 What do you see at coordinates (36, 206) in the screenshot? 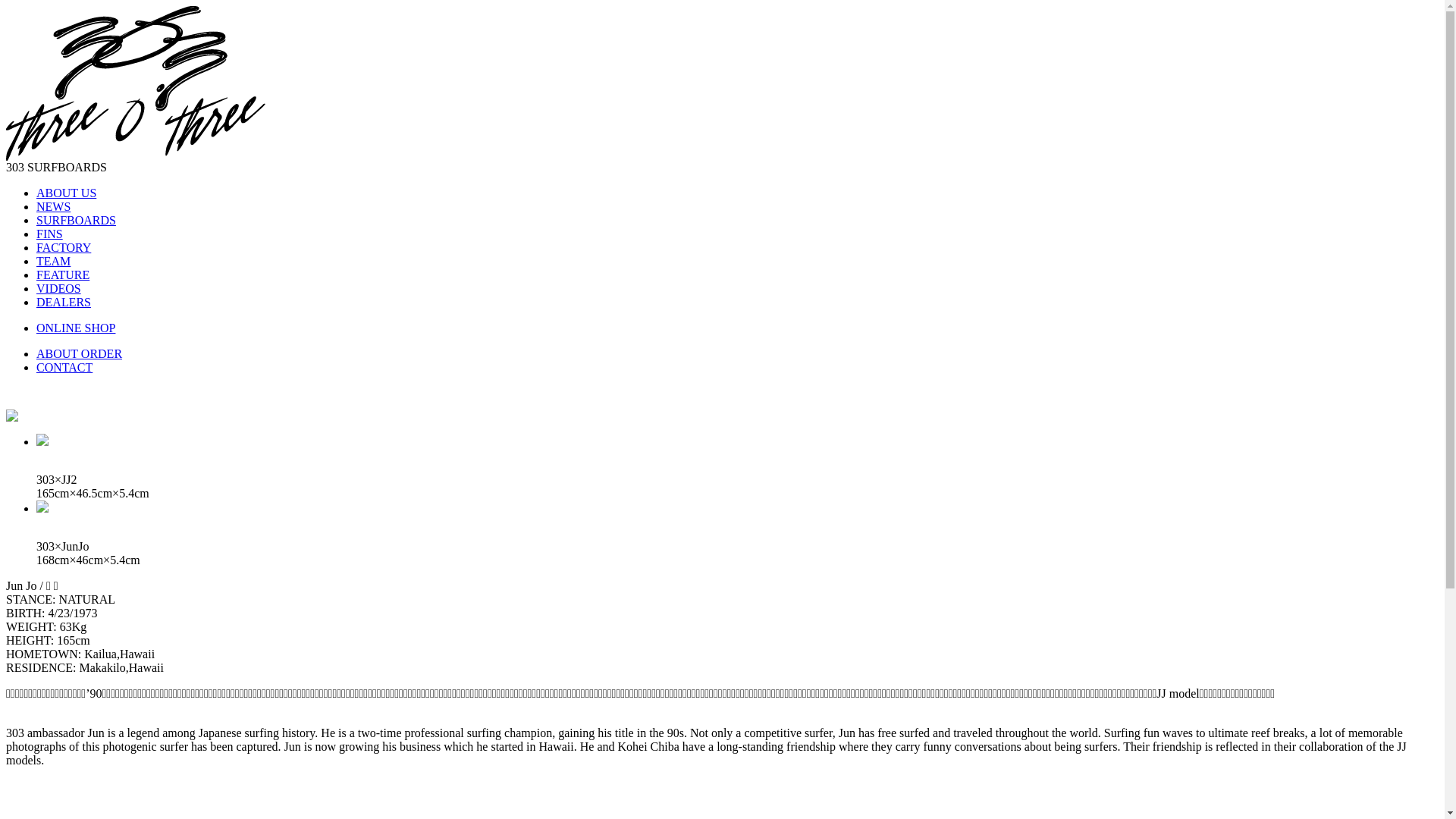
I see `'NEWS'` at bounding box center [36, 206].